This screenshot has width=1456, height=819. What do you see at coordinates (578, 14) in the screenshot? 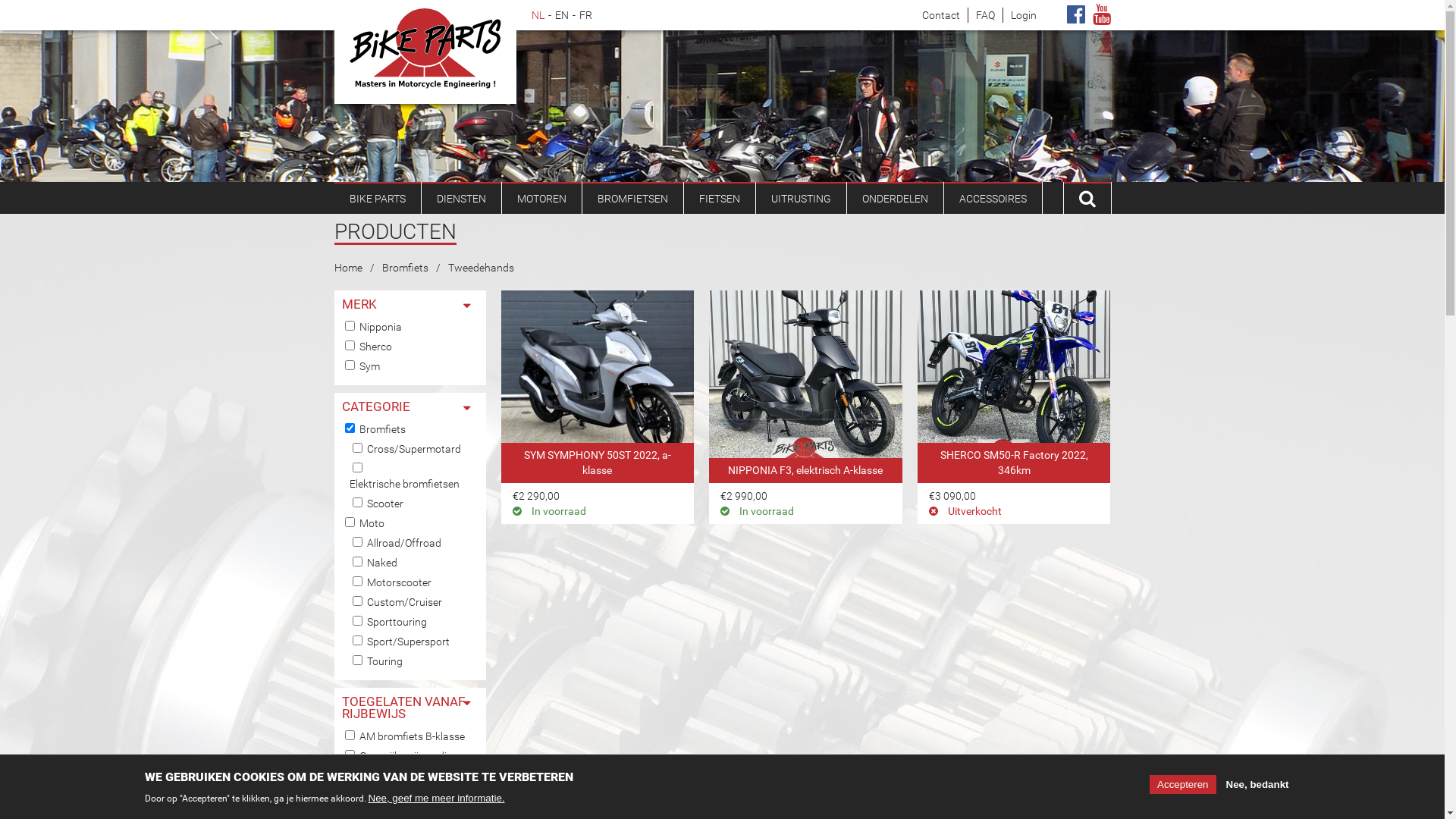
I see `'FR'` at bounding box center [578, 14].